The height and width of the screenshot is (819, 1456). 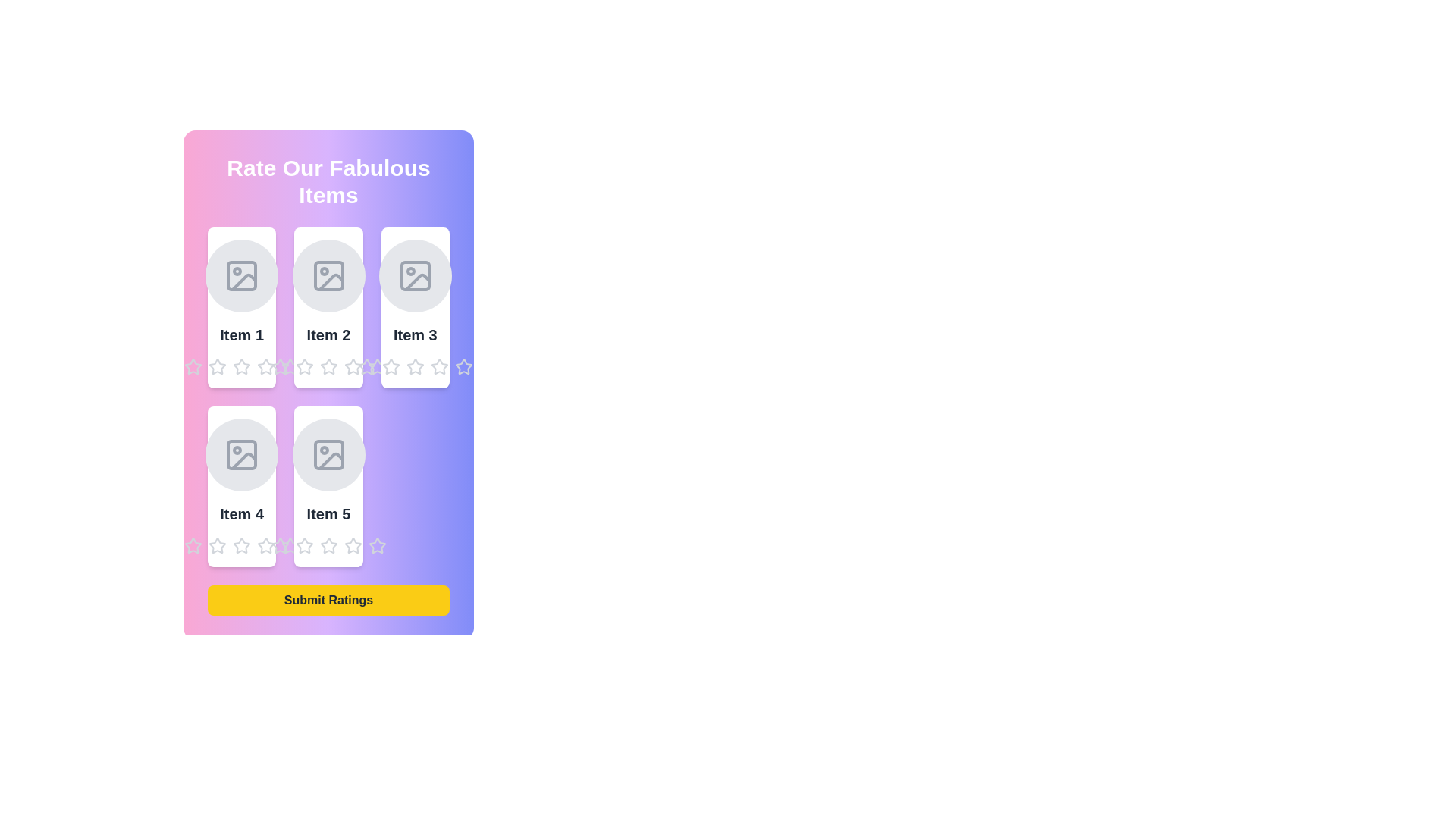 I want to click on the image placeholder for Item 1, so click(x=241, y=275).